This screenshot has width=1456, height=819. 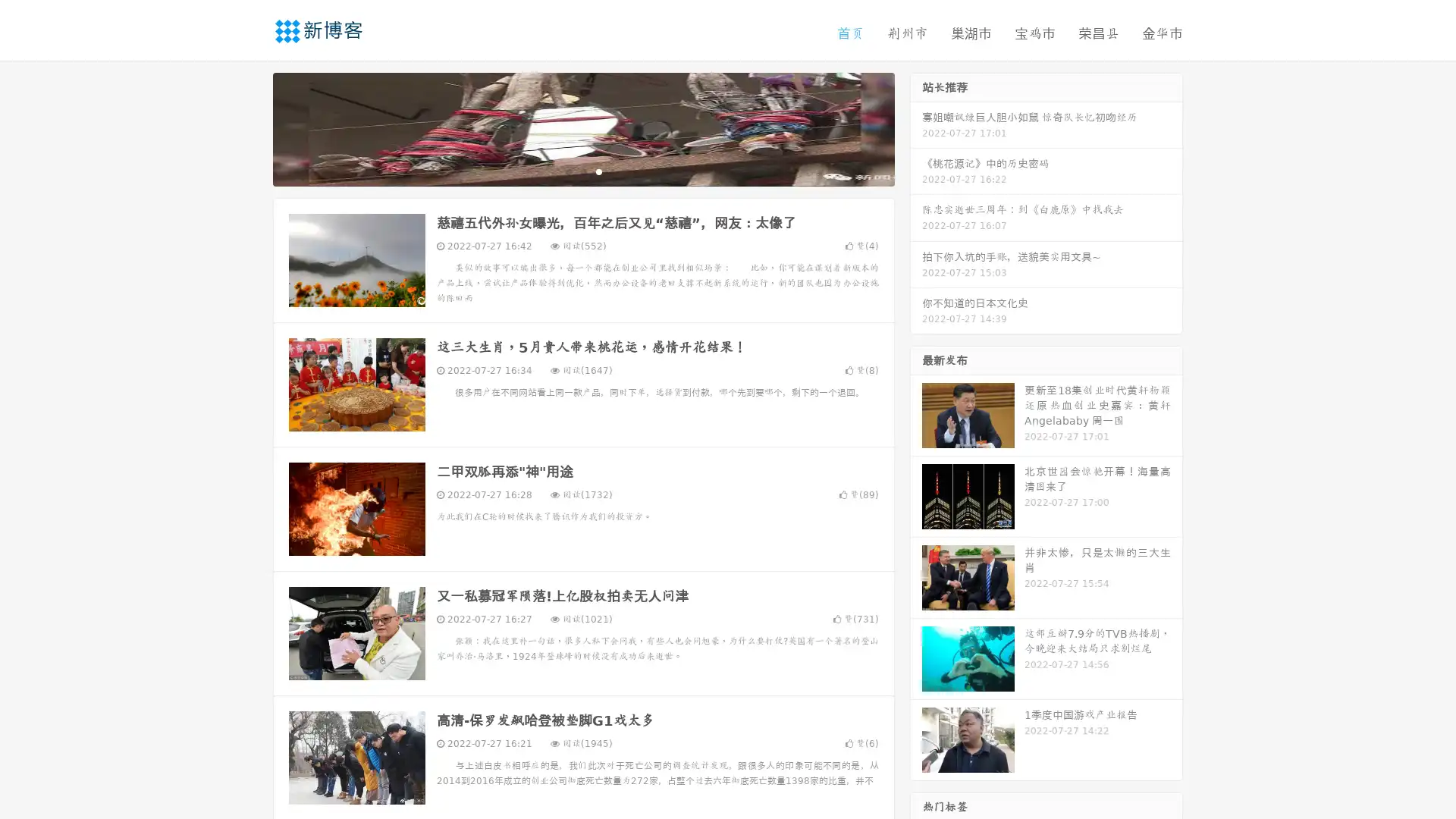 What do you see at coordinates (582, 171) in the screenshot?
I see `Go to slide 2` at bounding box center [582, 171].